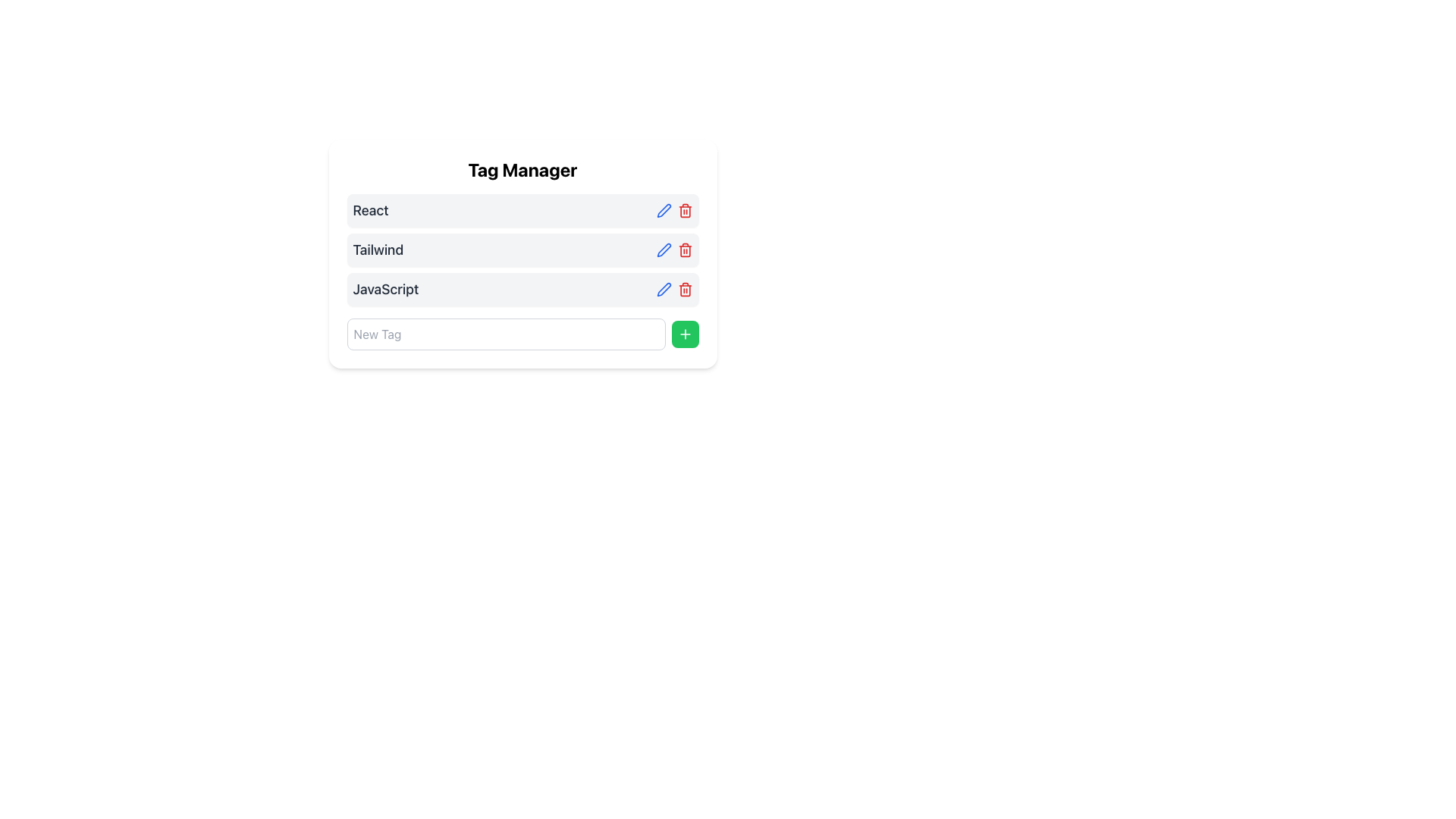 The image size is (1456, 819). I want to click on the edit button located to the right-hand side of the 'React' tag label in the 'Tag Manager' list, so click(664, 210).